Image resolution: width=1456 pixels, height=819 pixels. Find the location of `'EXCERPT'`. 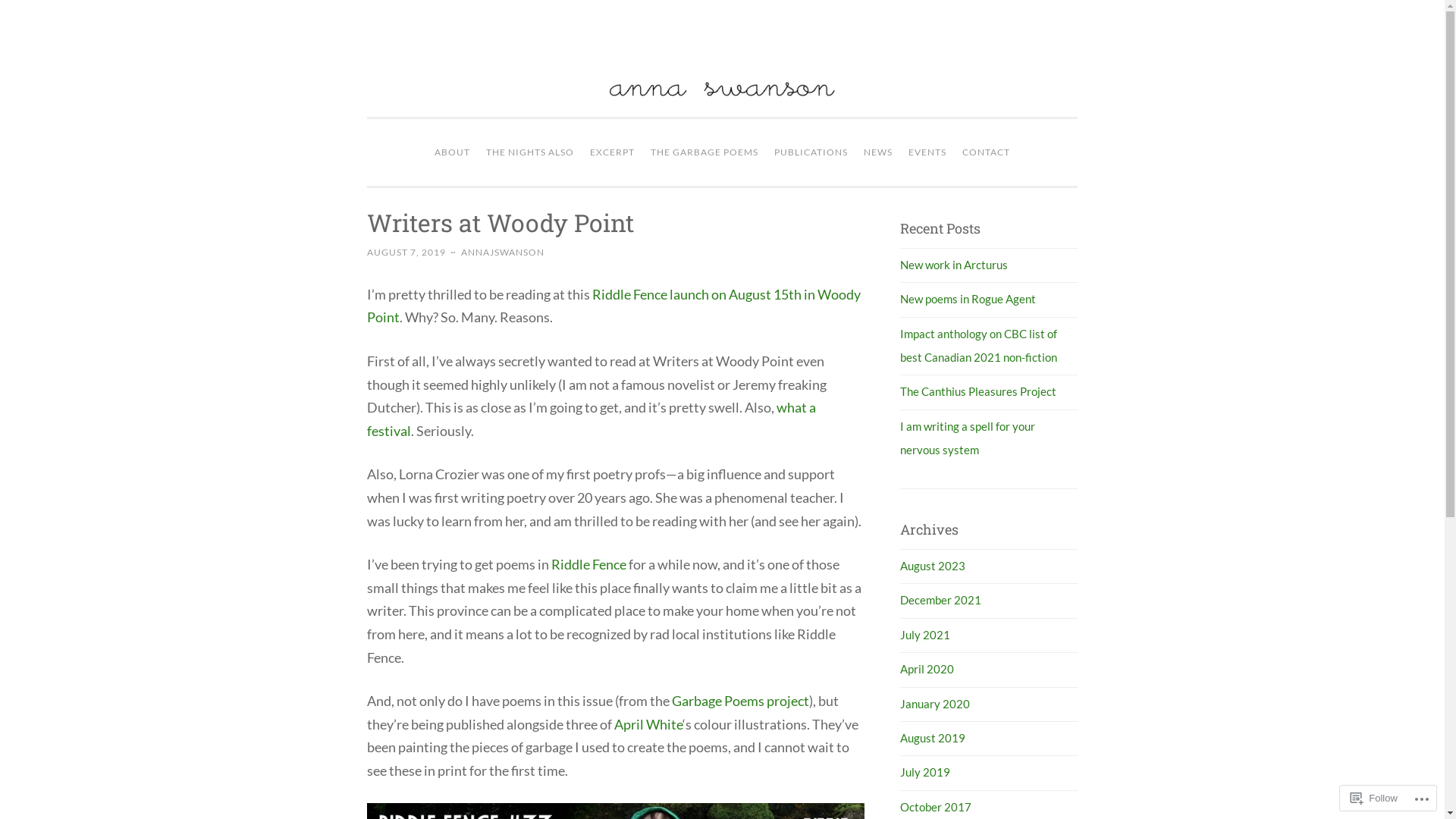

'EXCERPT' is located at coordinates (612, 152).